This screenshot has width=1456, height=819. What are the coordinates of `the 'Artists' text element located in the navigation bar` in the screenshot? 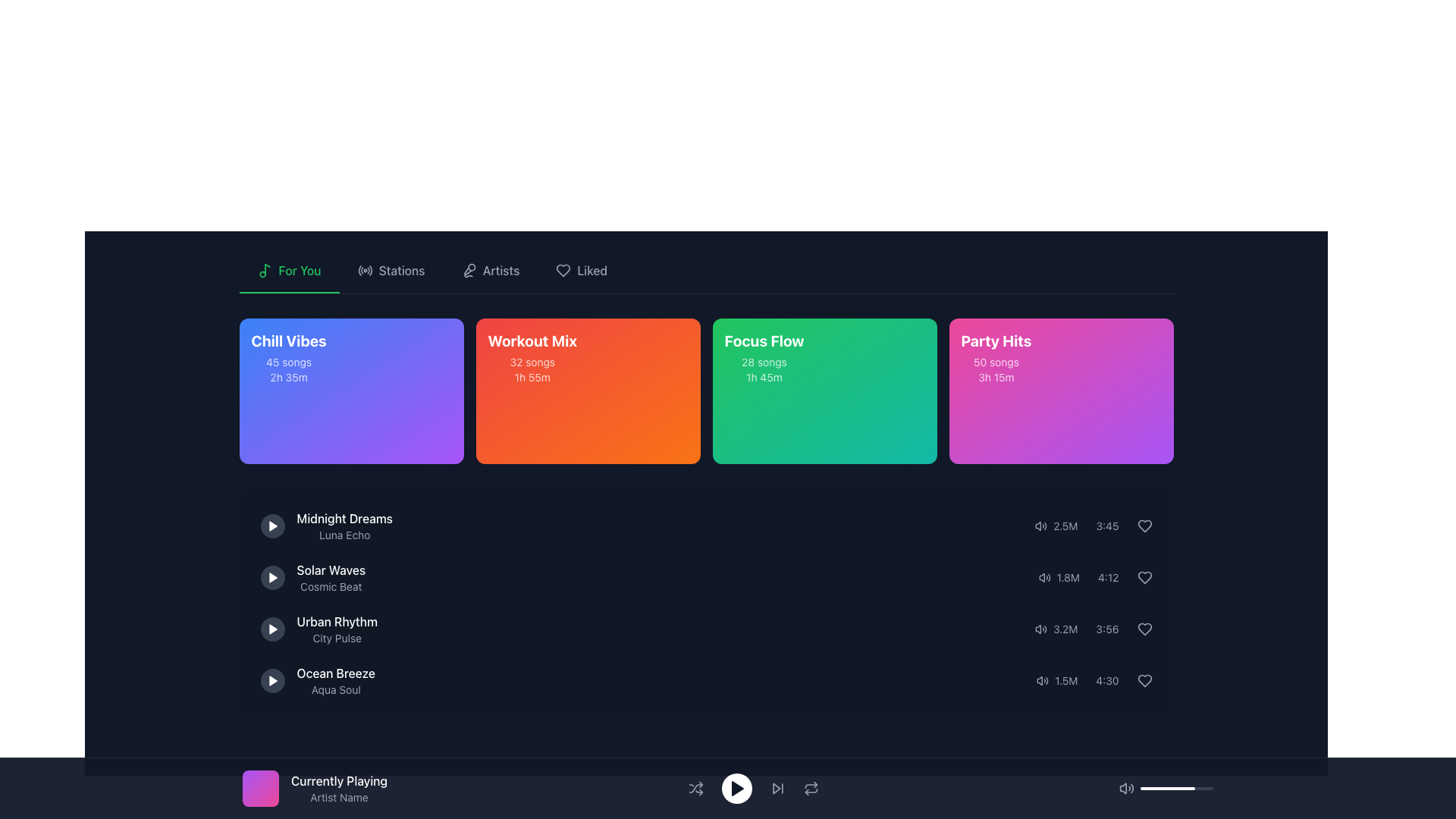 It's located at (501, 270).